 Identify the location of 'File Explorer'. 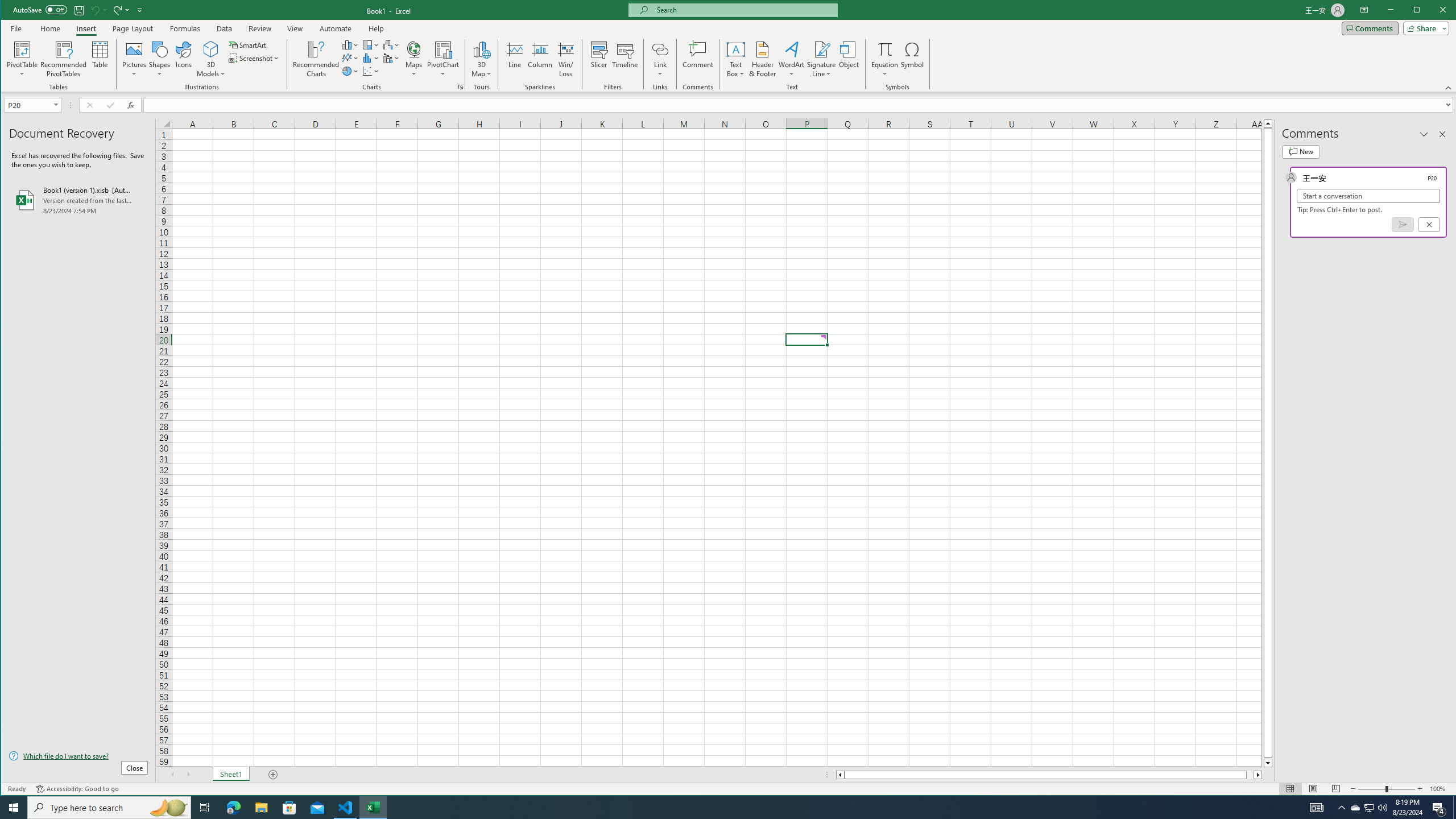
(260, 806).